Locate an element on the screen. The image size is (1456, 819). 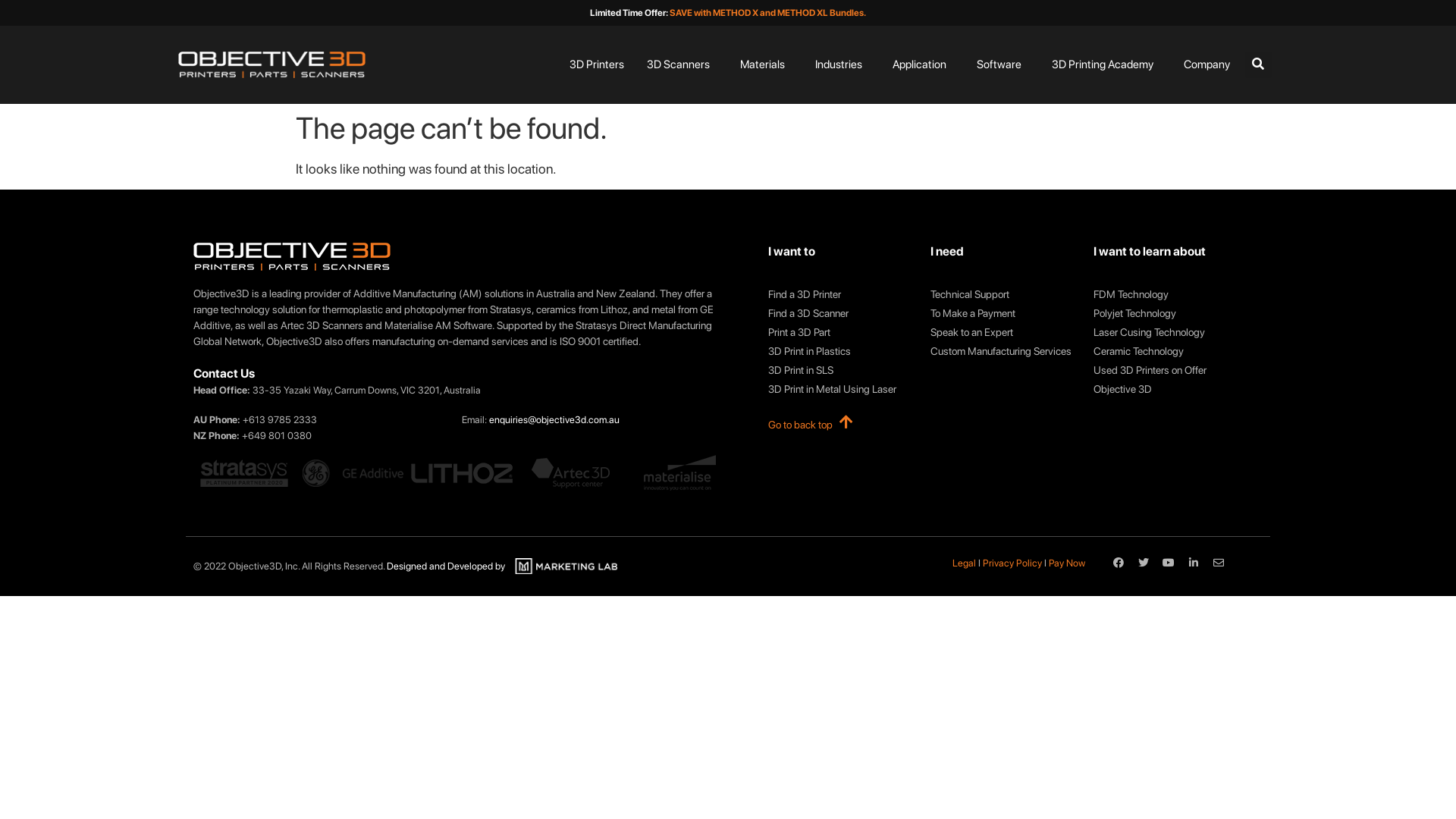
'Go to back top' is located at coordinates (767, 424).